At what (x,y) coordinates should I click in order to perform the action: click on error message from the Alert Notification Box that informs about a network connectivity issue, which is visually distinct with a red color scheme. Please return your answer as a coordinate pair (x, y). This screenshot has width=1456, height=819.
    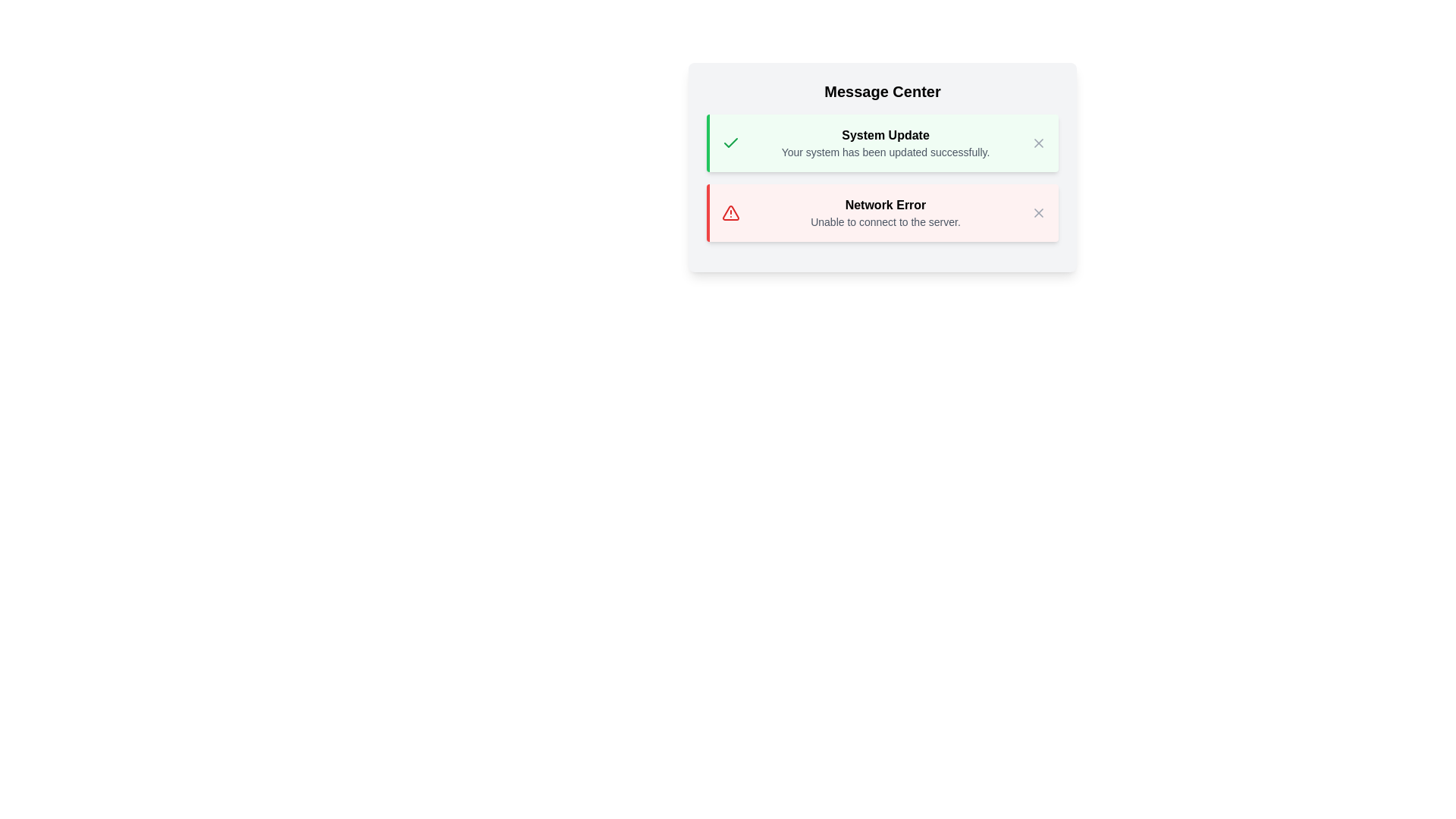
    Looking at the image, I should click on (882, 213).